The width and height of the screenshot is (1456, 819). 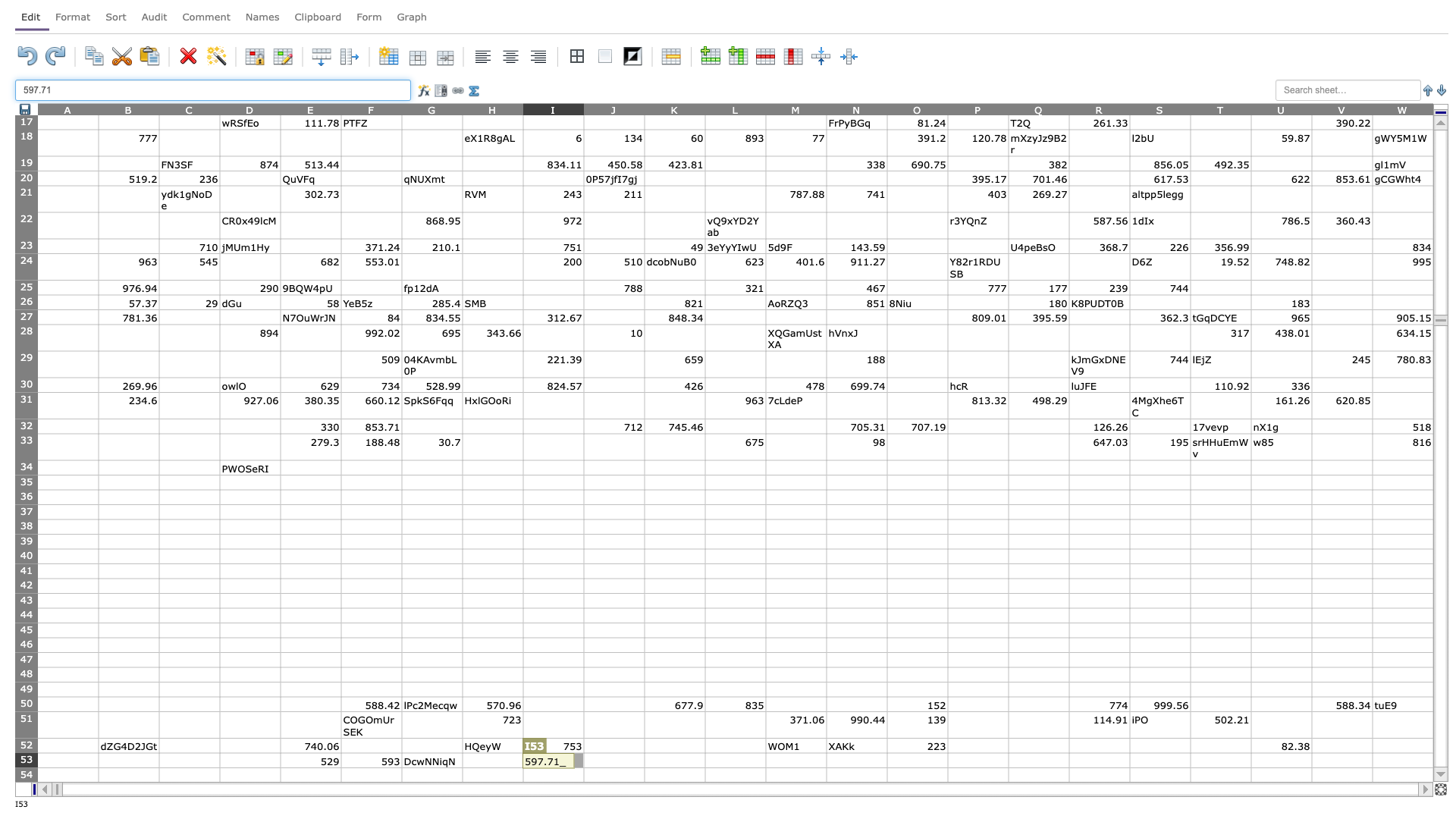 What do you see at coordinates (765, 752) in the screenshot?
I see `Place cursor on top left corner of M53` at bounding box center [765, 752].